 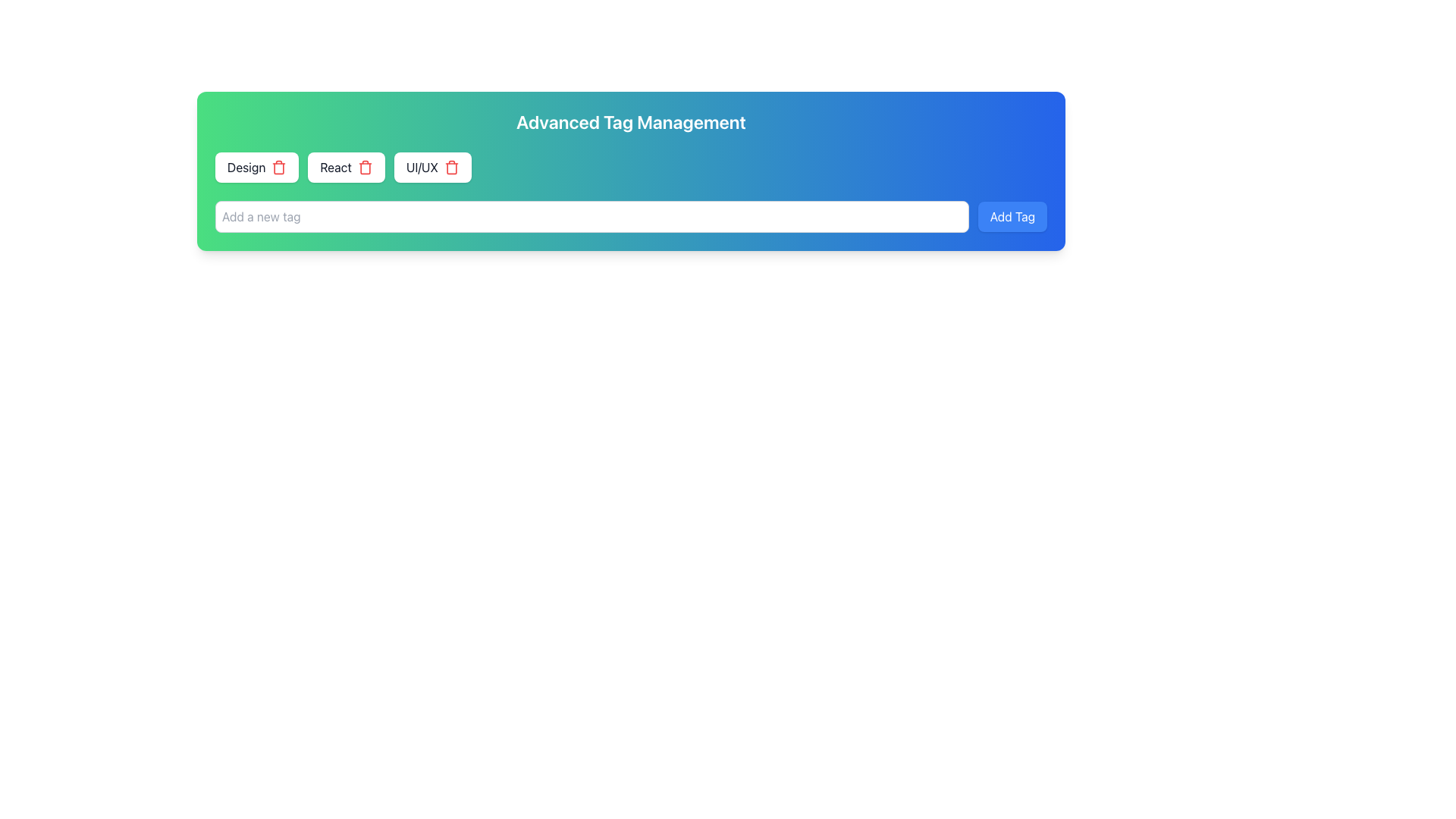 What do you see at coordinates (450, 168) in the screenshot?
I see `the trash can icon outlined in red to delete the 'UI/UX' tag` at bounding box center [450, 168].